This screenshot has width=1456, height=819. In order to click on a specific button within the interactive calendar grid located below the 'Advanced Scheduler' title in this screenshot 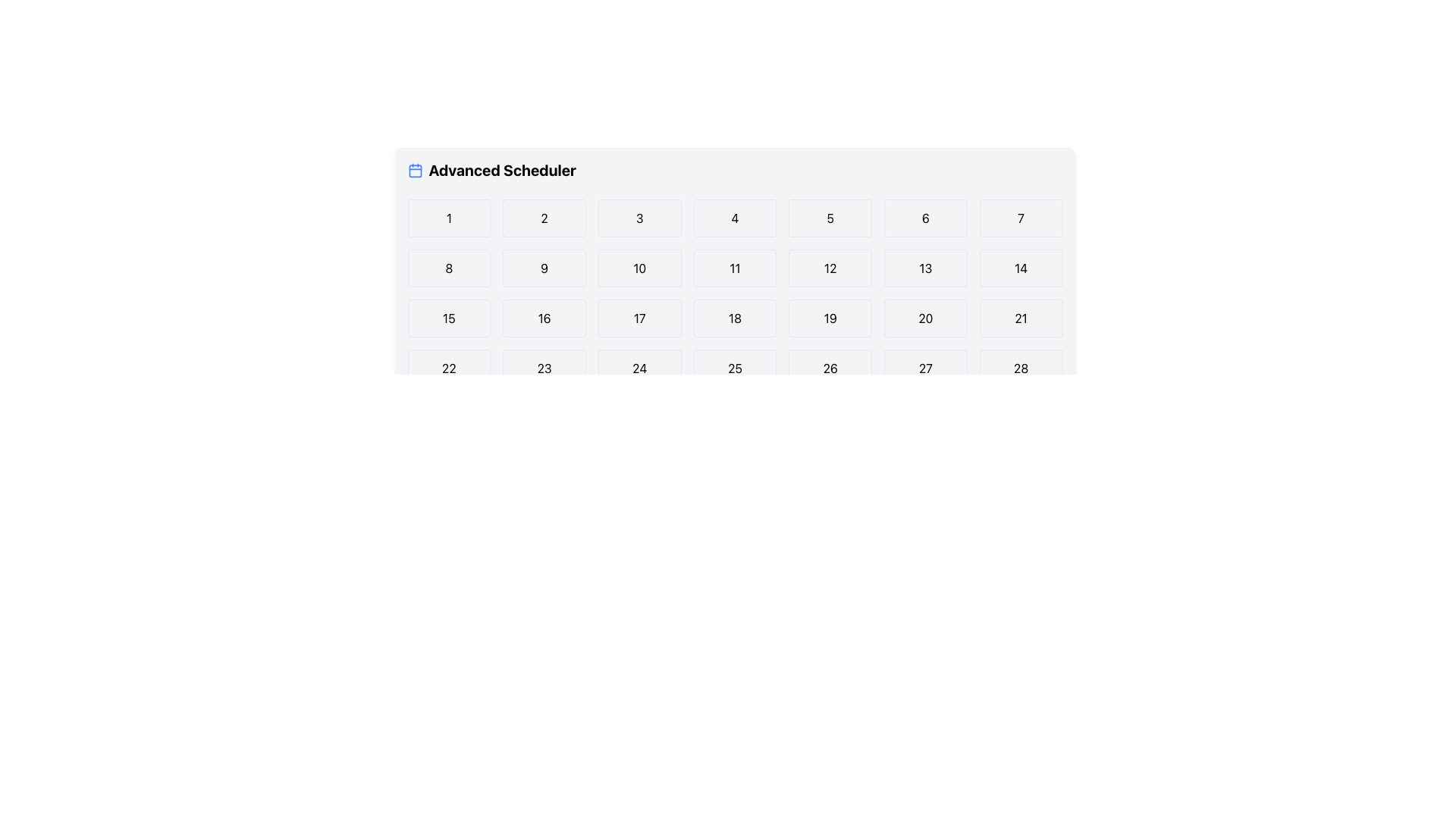, I will do `click(735, 318)`.